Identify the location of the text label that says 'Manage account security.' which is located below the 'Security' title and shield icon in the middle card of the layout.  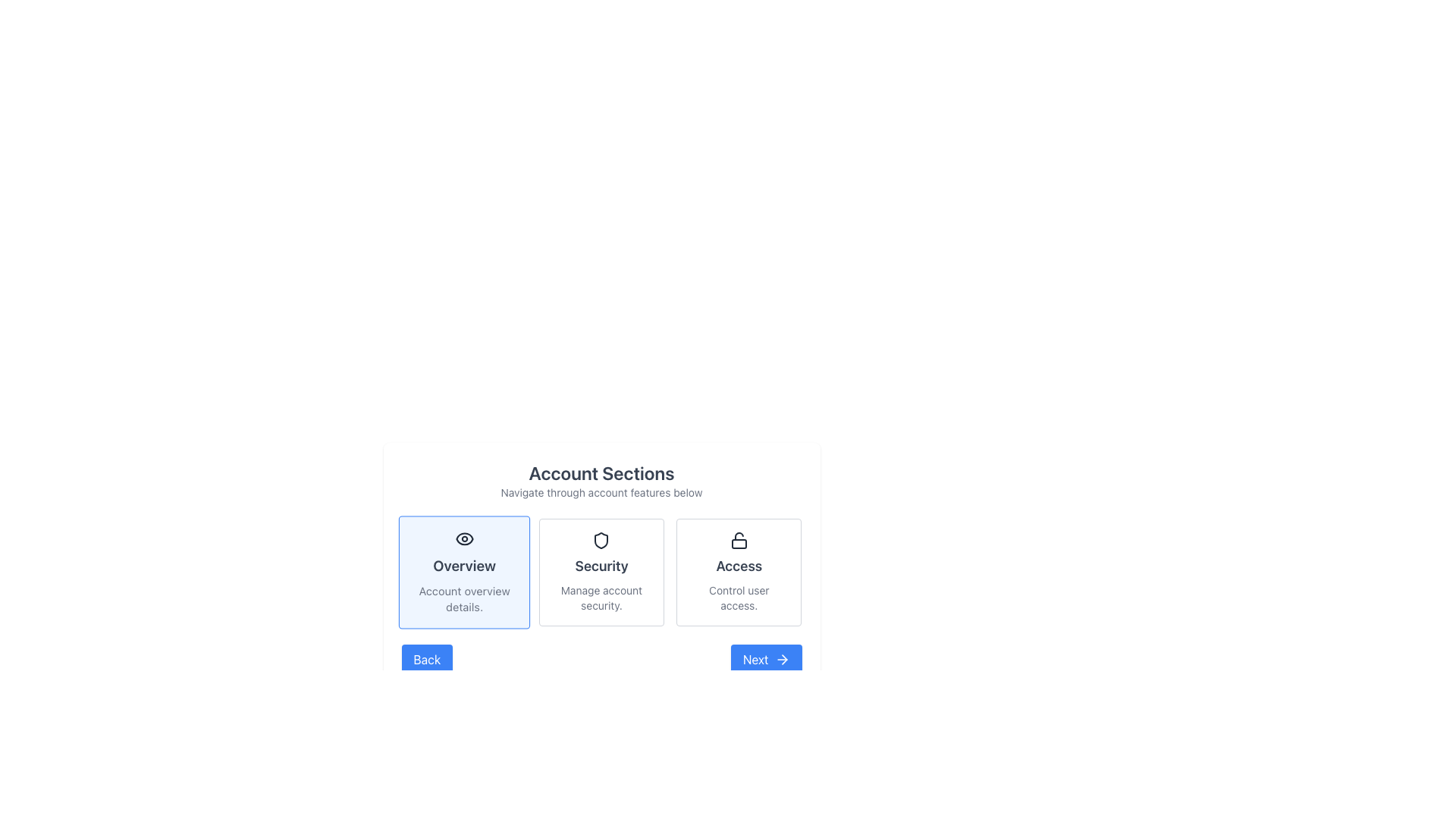
(601, 598).